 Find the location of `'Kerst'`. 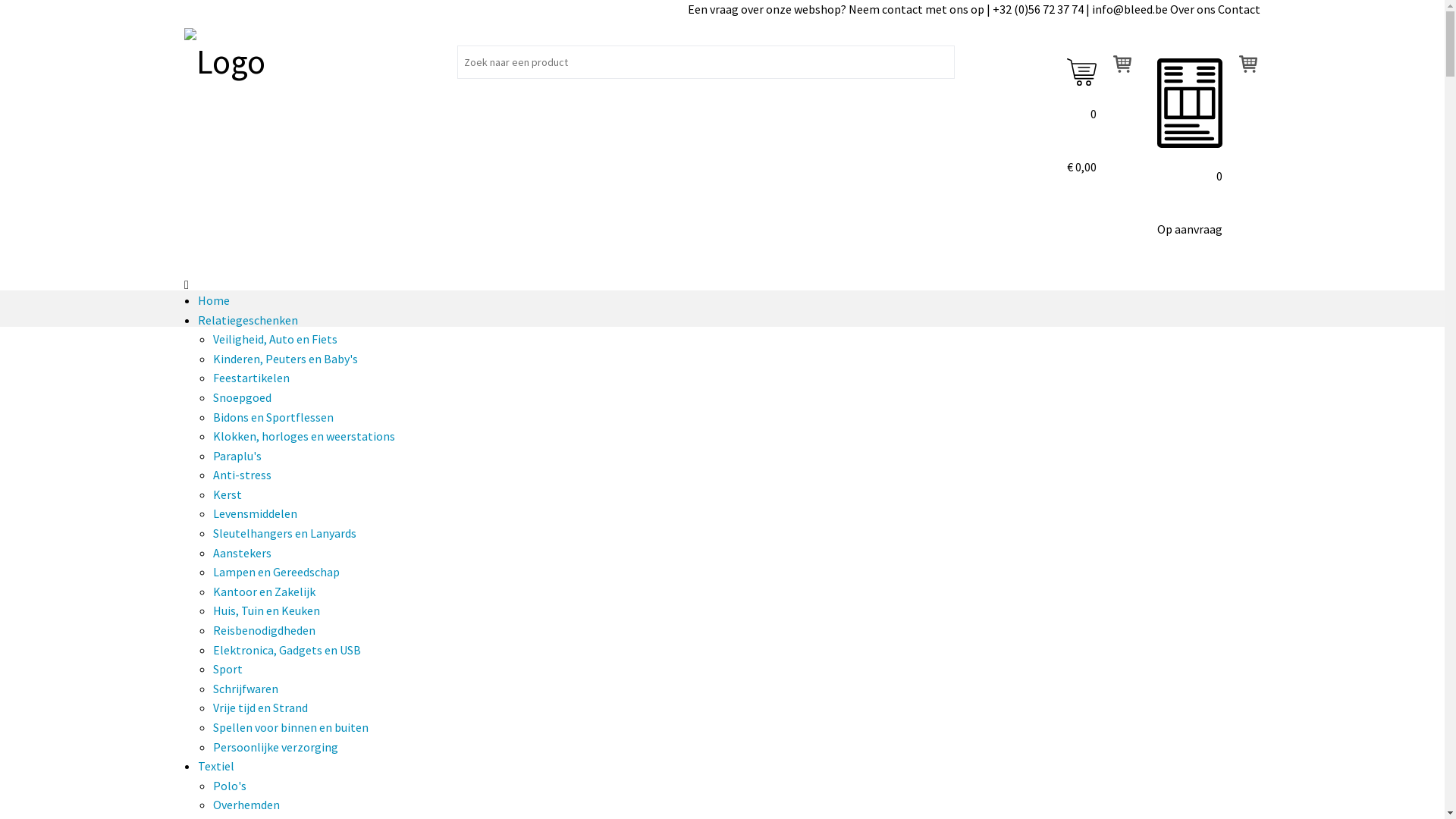

'Kerst' is located at coordinates (226, 494).